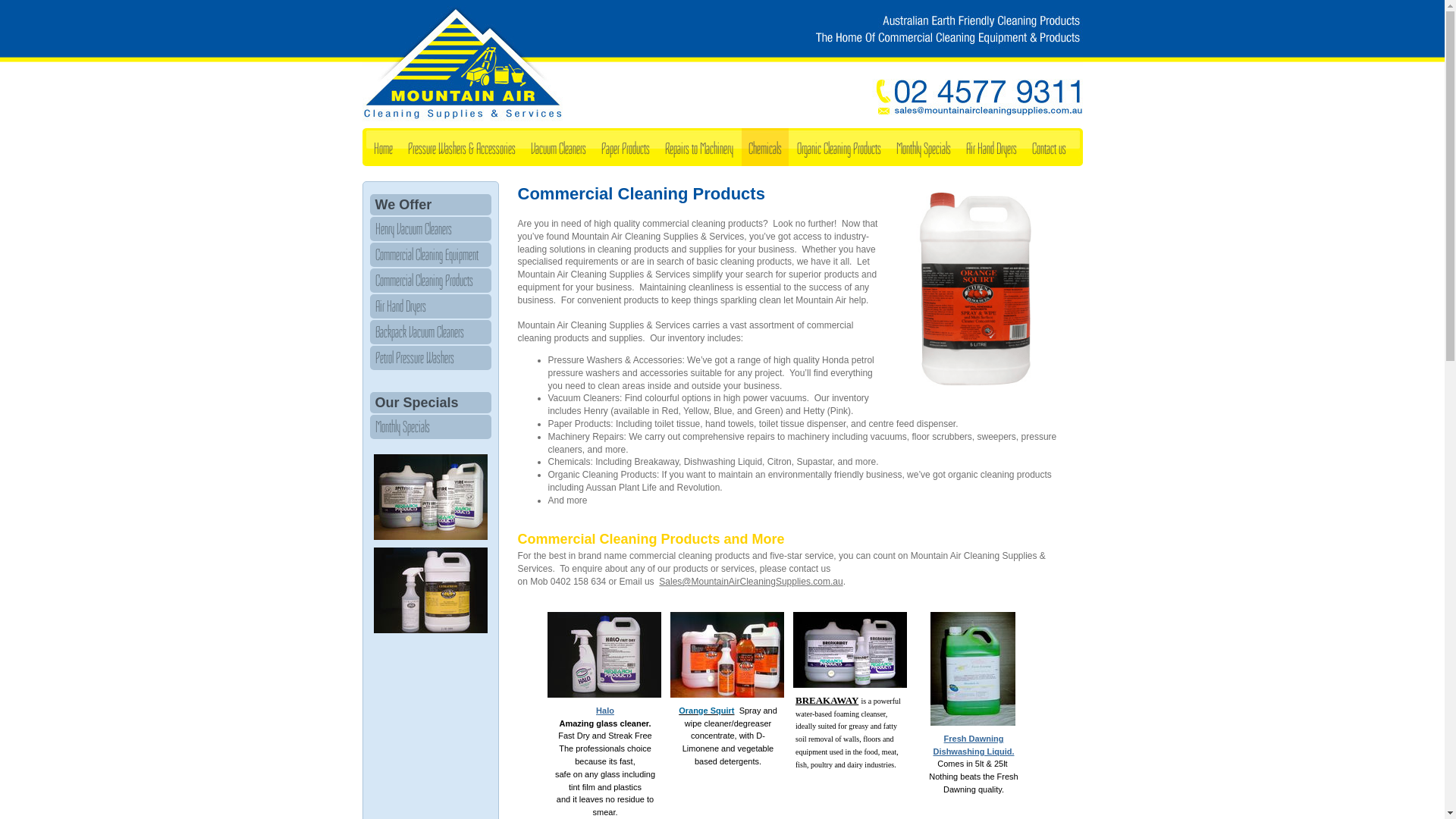  I want to click on 'Organic Cleaning Products', so click(838, 146).